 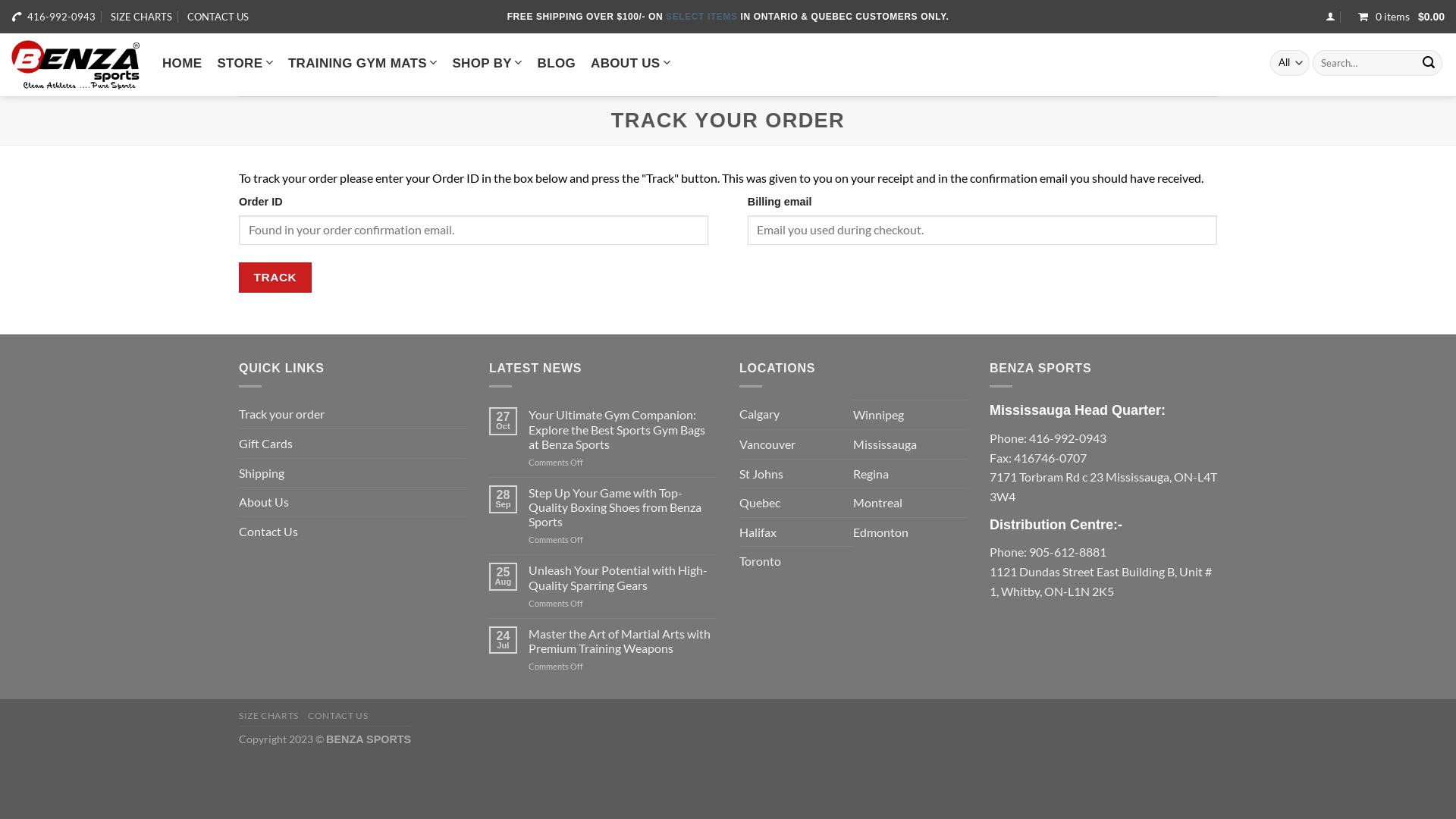 I want to click on 'Master the Art of Martial Arts with Premium Training Weapons', so click(x=528, y=640).